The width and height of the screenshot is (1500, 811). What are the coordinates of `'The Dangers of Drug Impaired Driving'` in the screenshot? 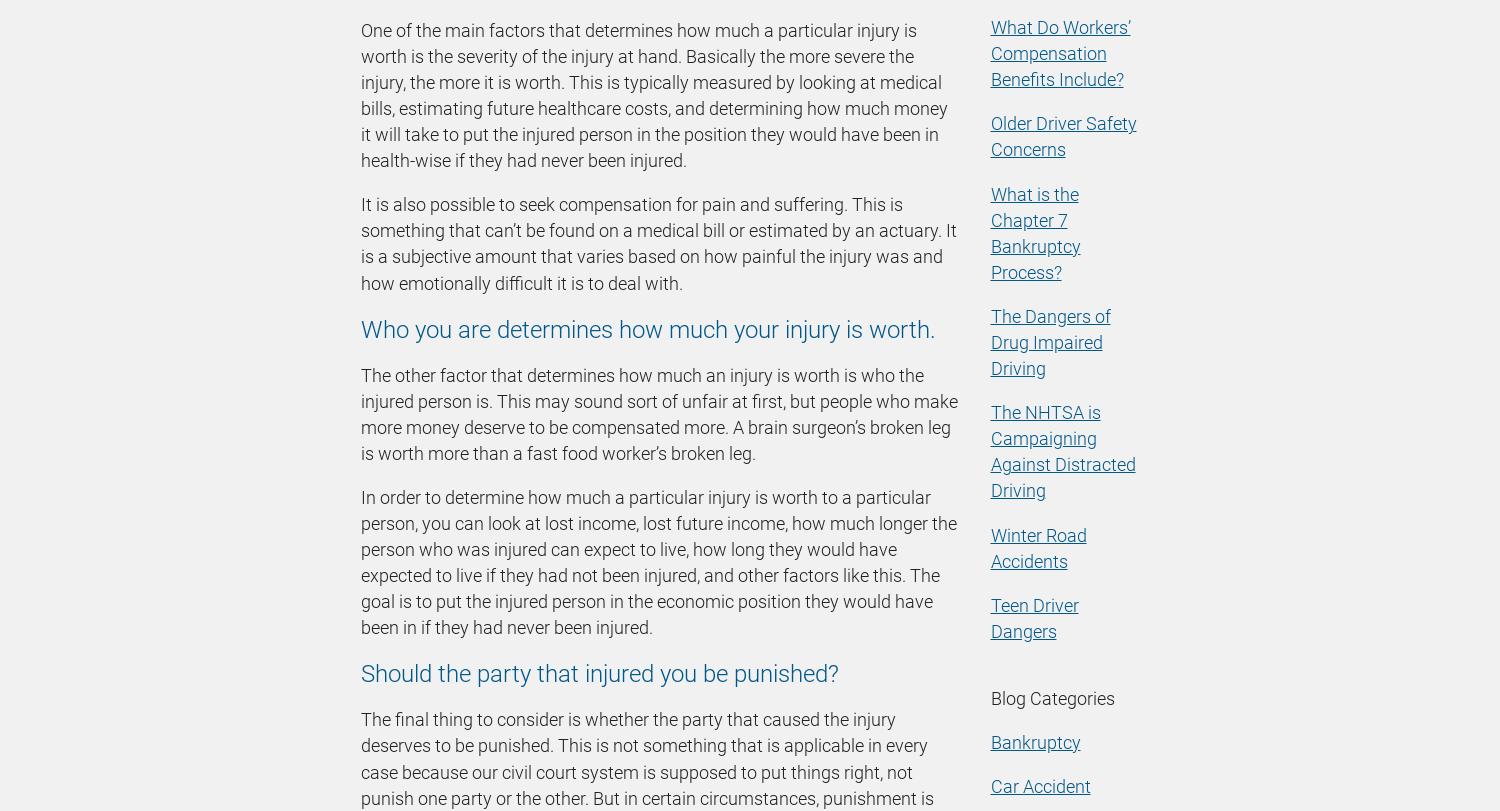 It's located at (1050, 341).